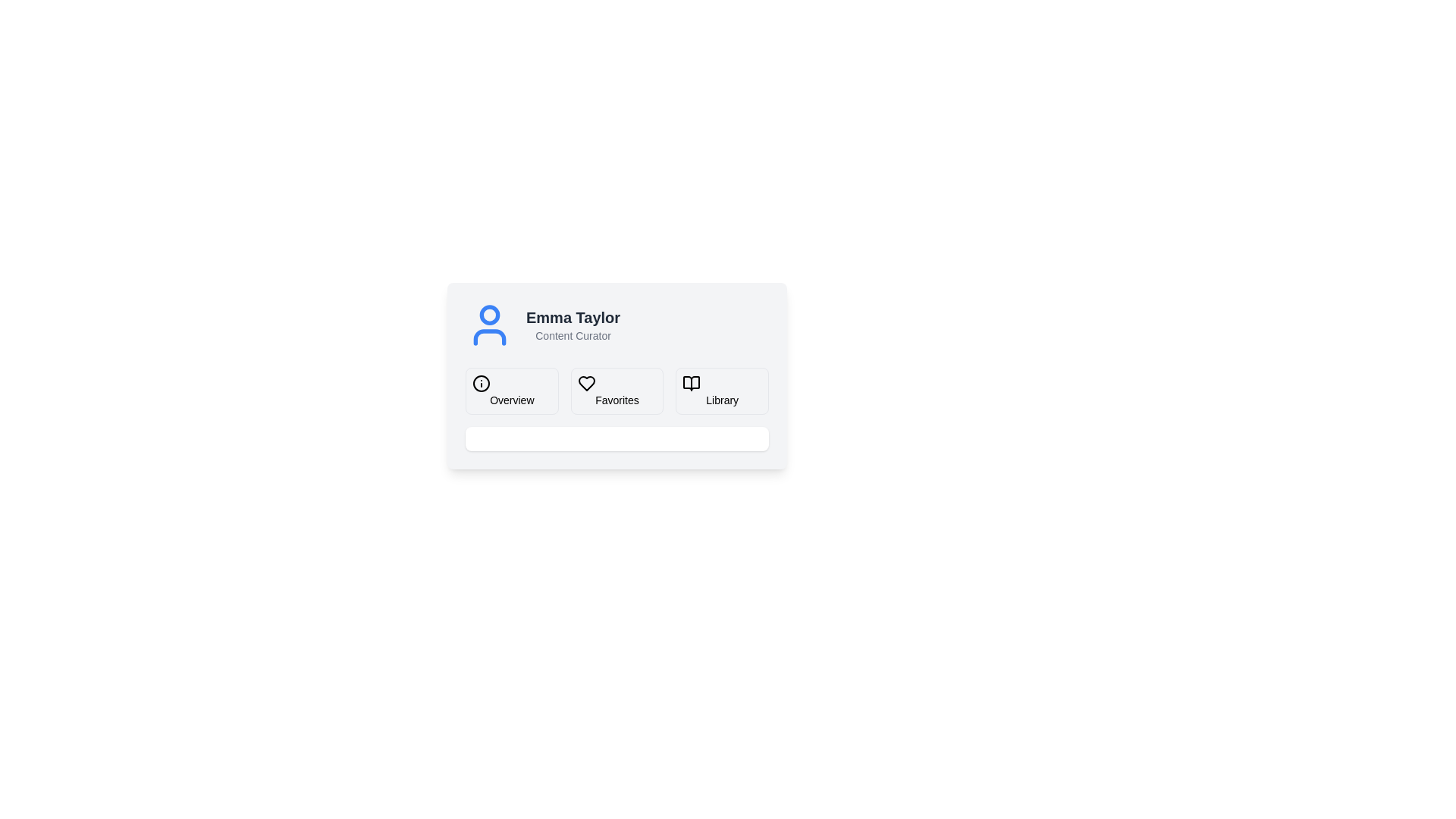 The height and width of the screenshot is (819, 1456). I want to click on the decorative graphic element of the user profile icon, which resembles a simplified human torso, located above the text labels 'Emma Taylor' and 'Content Curator', so click(490, 336).